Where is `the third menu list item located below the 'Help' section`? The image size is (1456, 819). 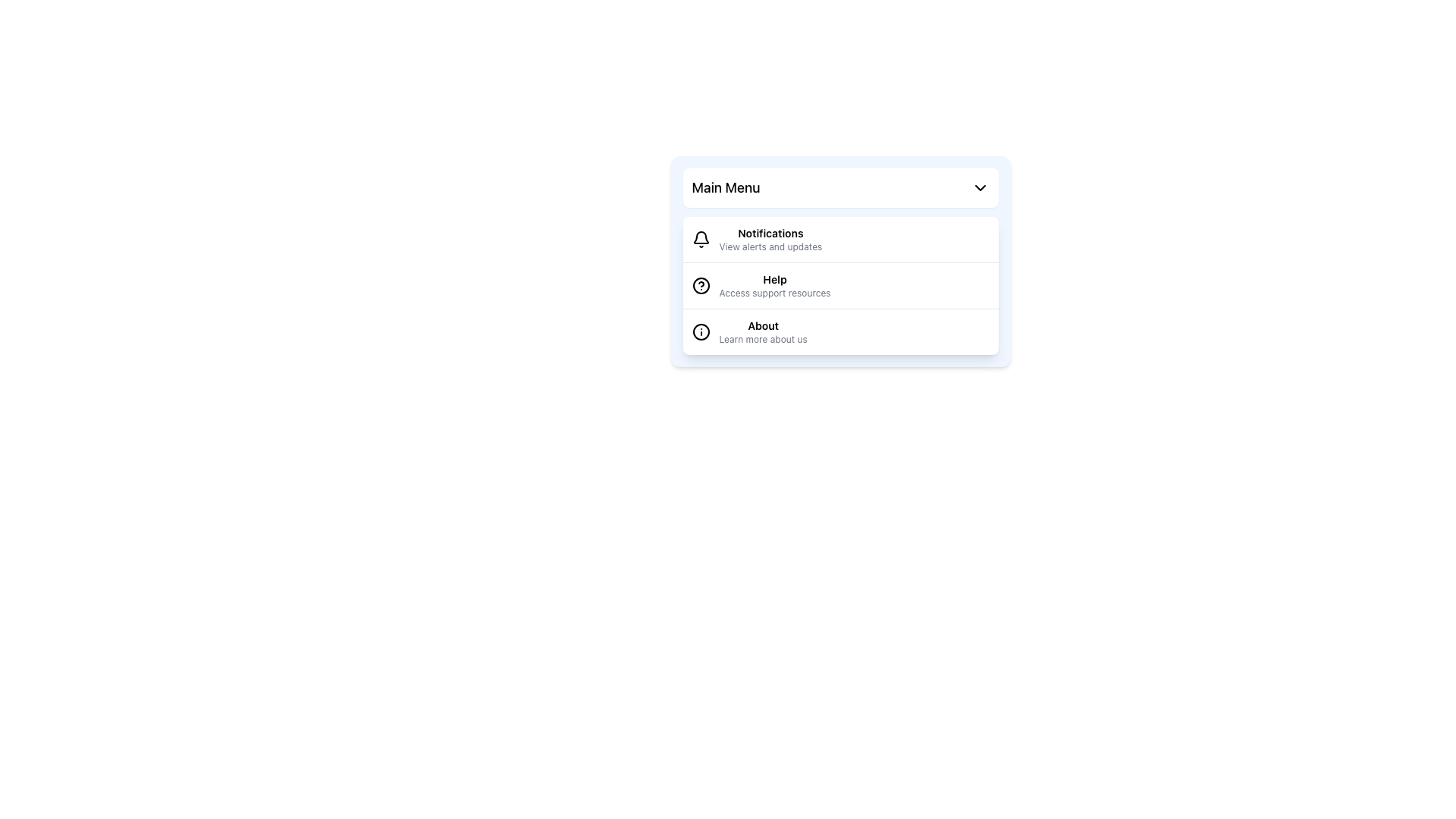
the third menu list item located below the 'Help' section is located at coordinates (839, 331).